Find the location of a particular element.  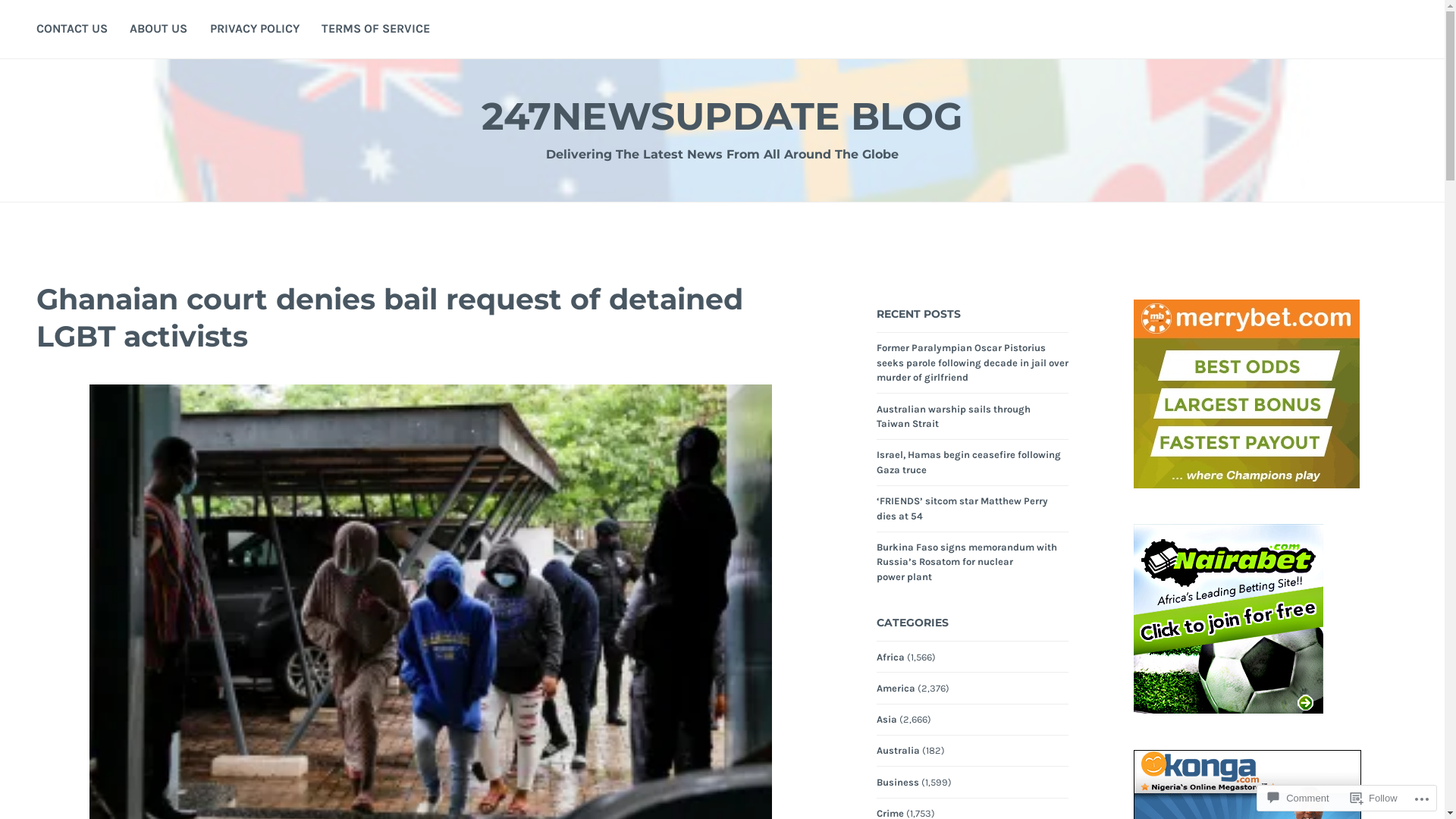

'Australia' is located at coordinates (898, 751).